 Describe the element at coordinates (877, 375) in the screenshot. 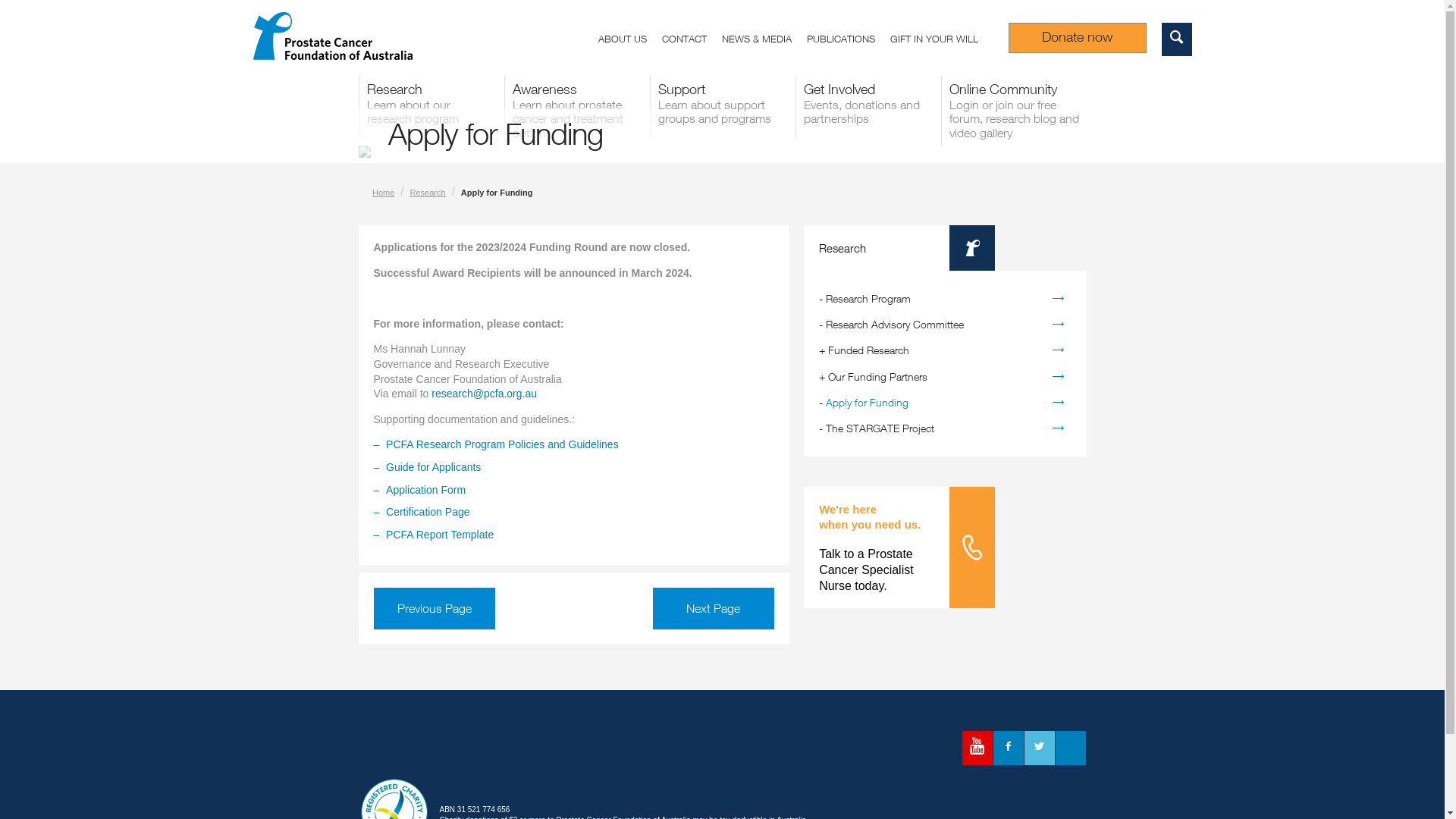

I see `'Our Funding Partners'` at that location.